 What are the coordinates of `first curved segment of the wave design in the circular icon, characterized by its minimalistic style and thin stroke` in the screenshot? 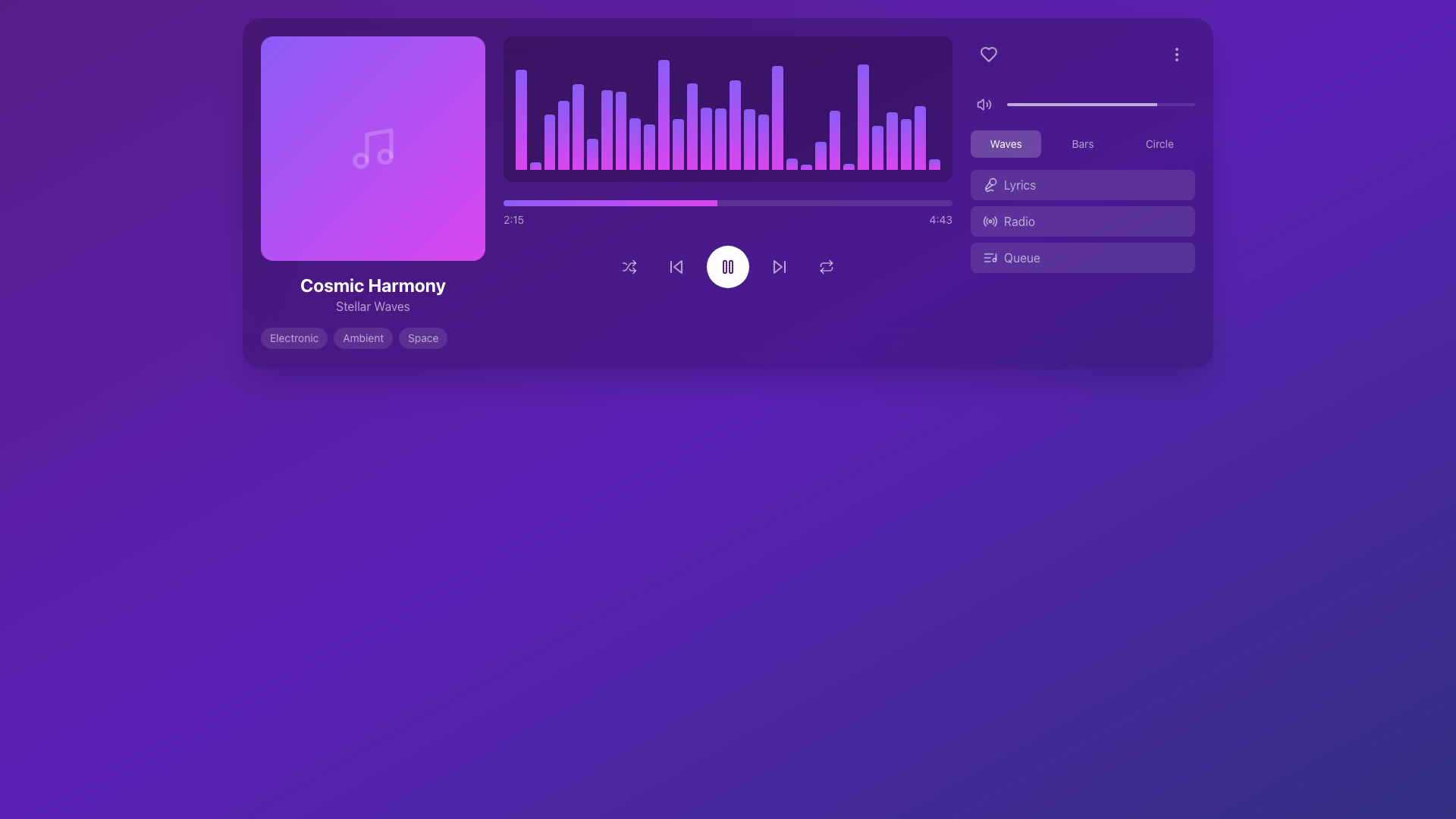 It's located at (984, 221).